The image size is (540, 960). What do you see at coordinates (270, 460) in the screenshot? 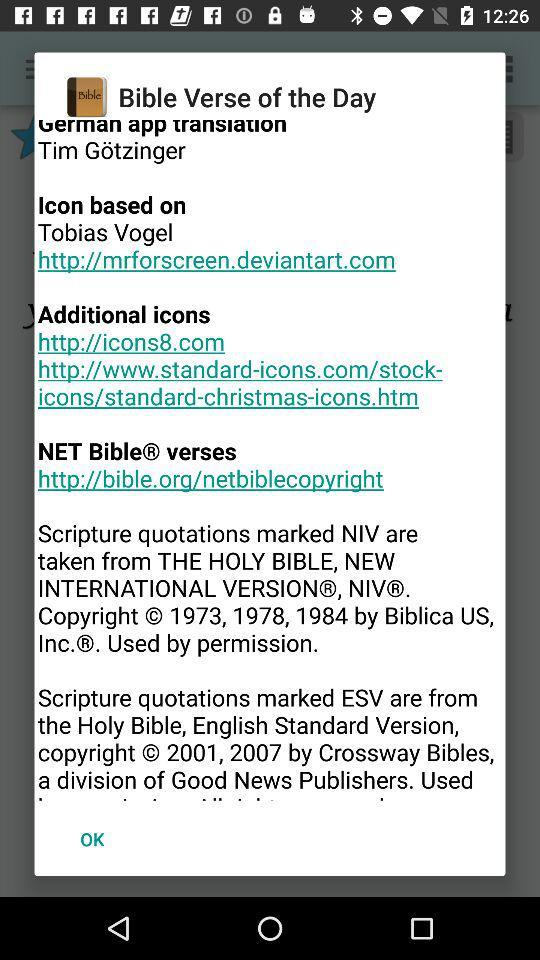
I see `the item above the ok icon` at bounding box center [270, 460].